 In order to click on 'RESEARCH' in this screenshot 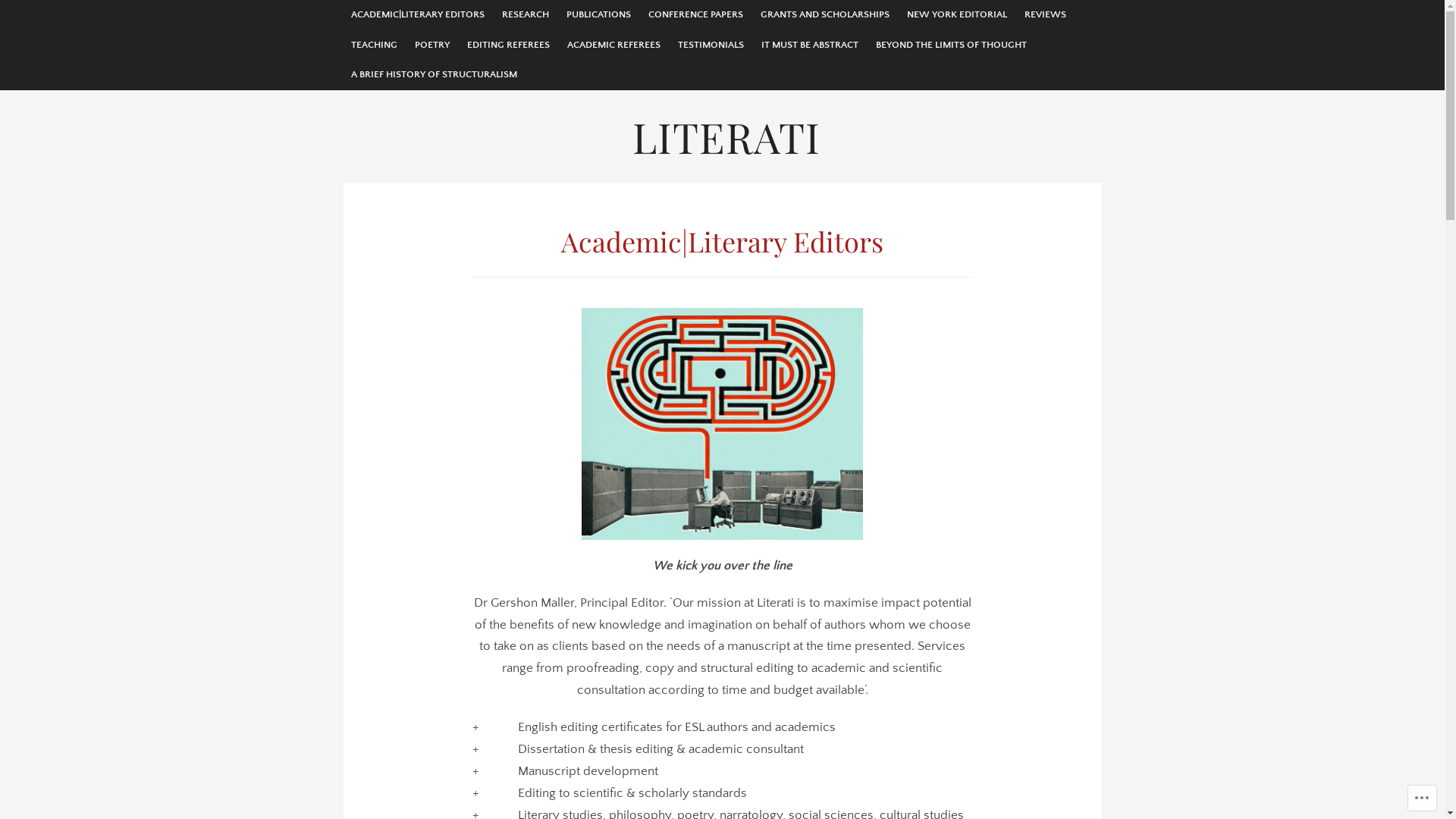, I will do `click(525, 14)`.